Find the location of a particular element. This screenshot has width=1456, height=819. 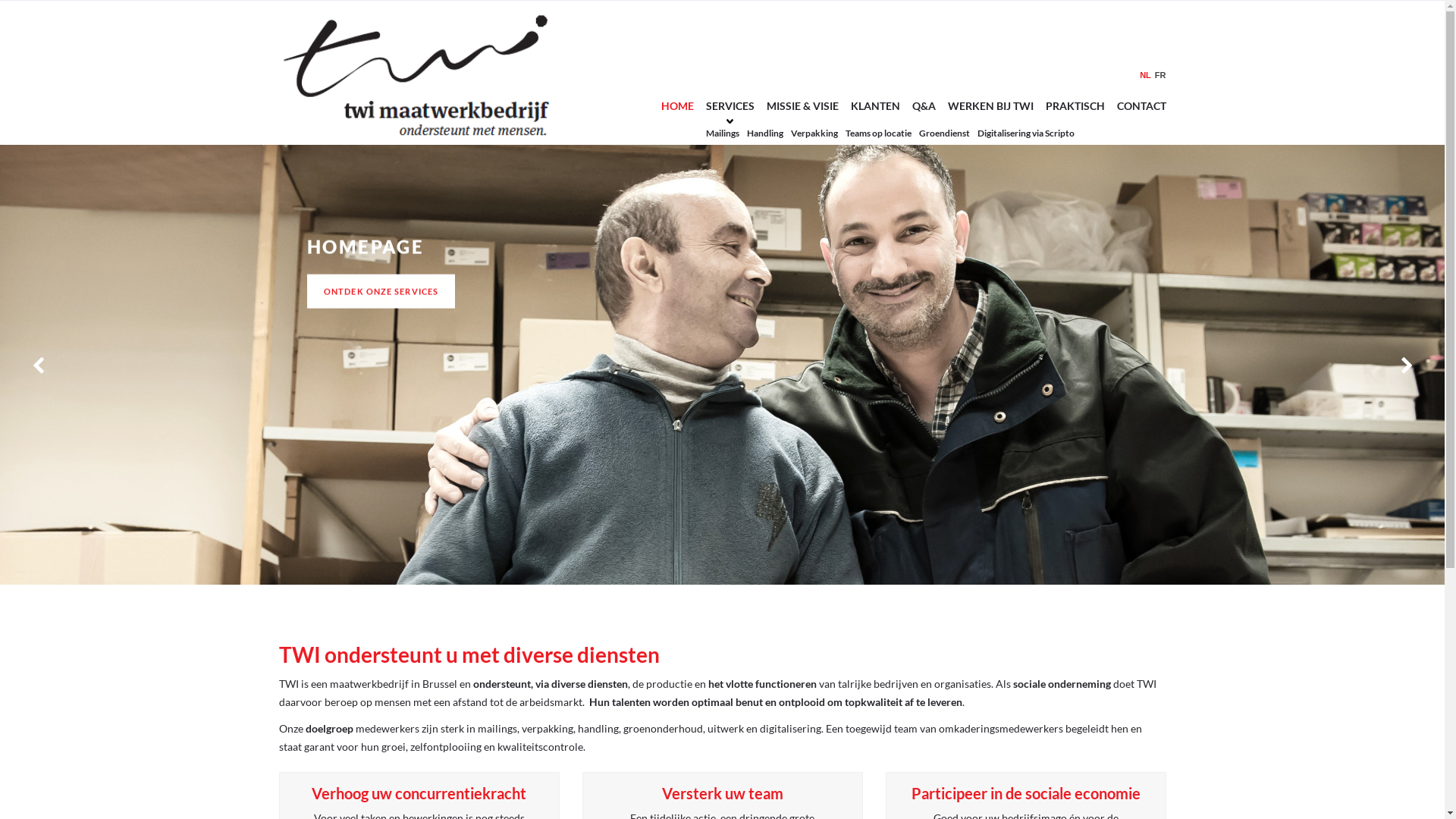

'Verpakking' is located at coordinates (817, 131).